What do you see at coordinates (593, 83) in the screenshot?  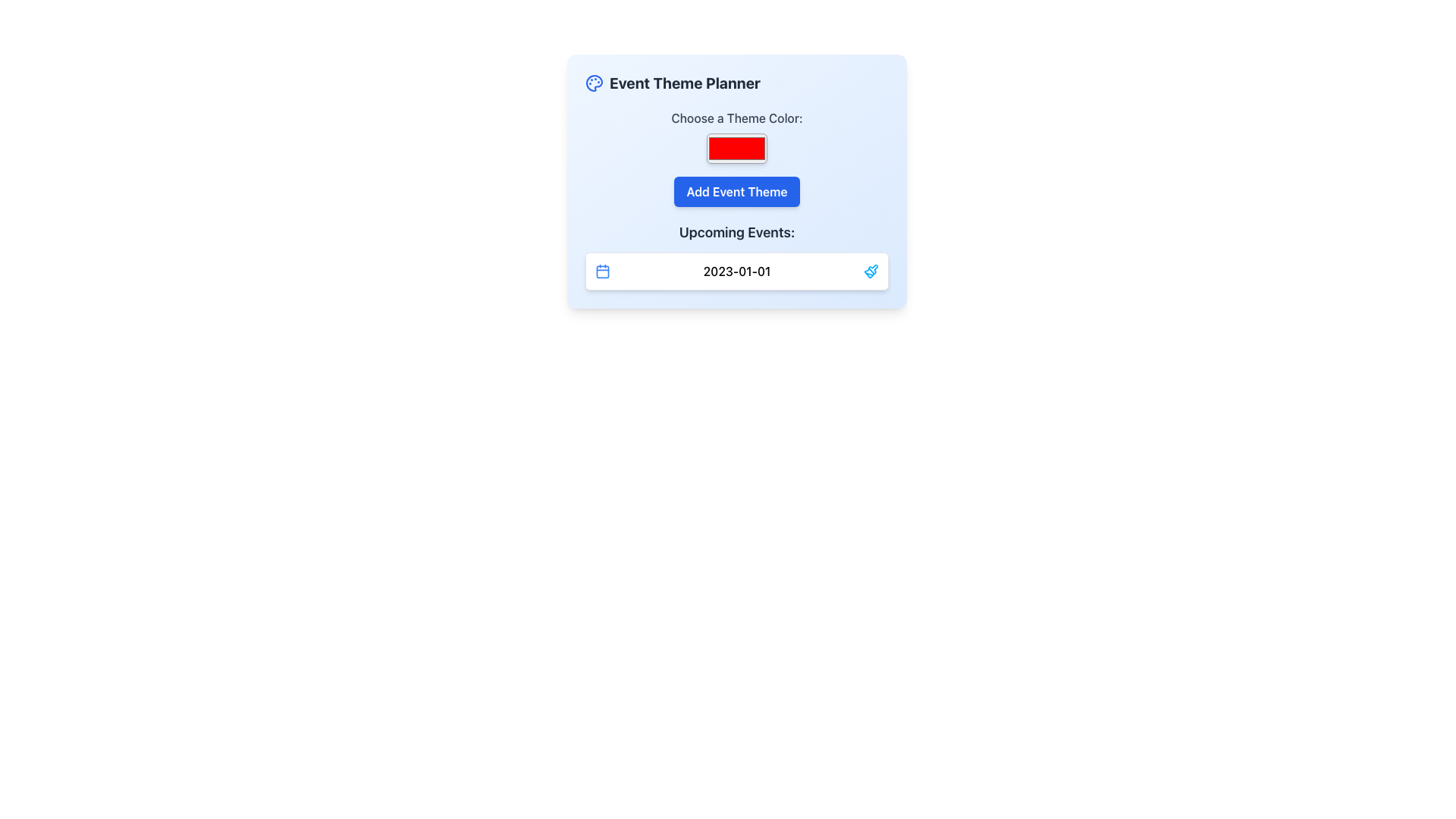 I see `the icon representing the 'Event Theme Planner' section, which is positioned to the left of the header text` at bounding box center [593, 83].